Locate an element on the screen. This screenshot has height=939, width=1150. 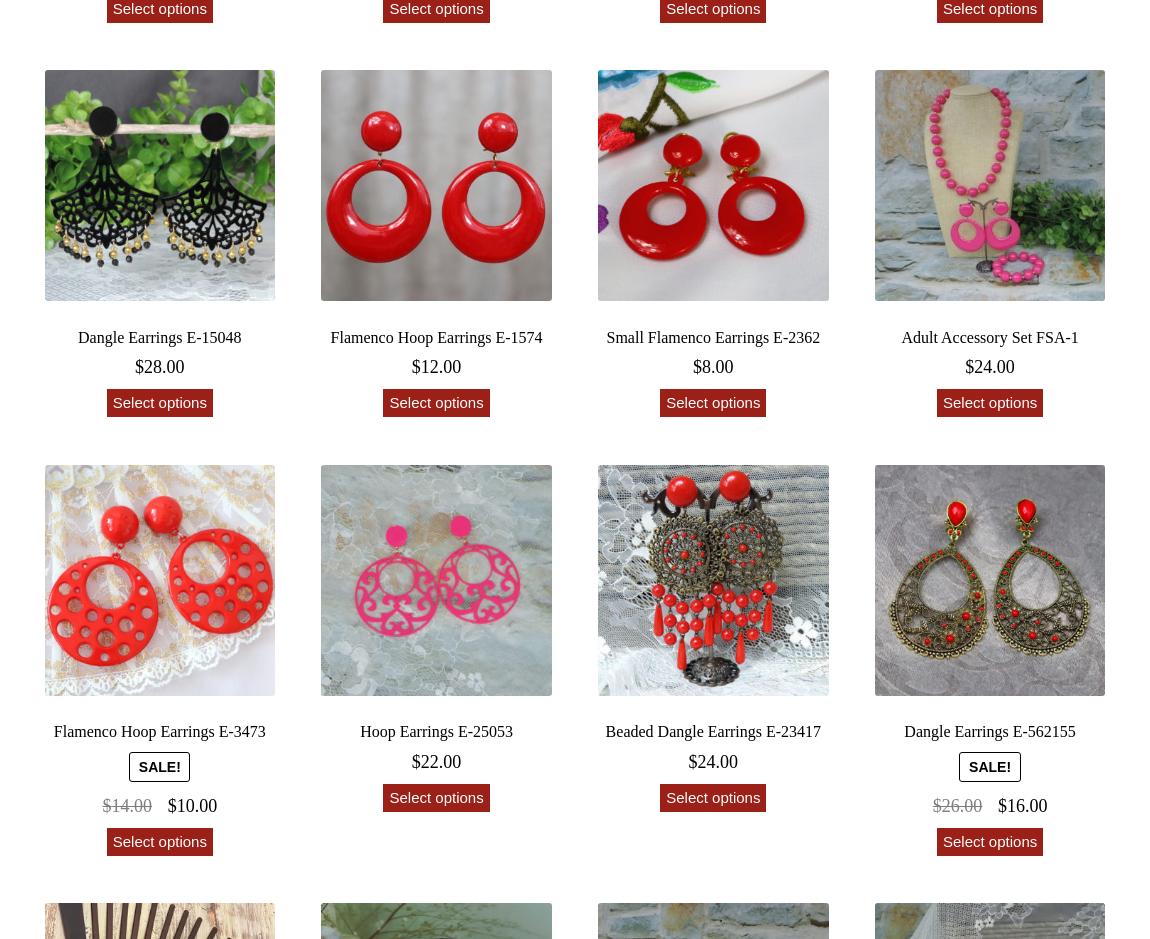
'Small Flamenco Earrings E-2362' is located at coordinates (712, 335).